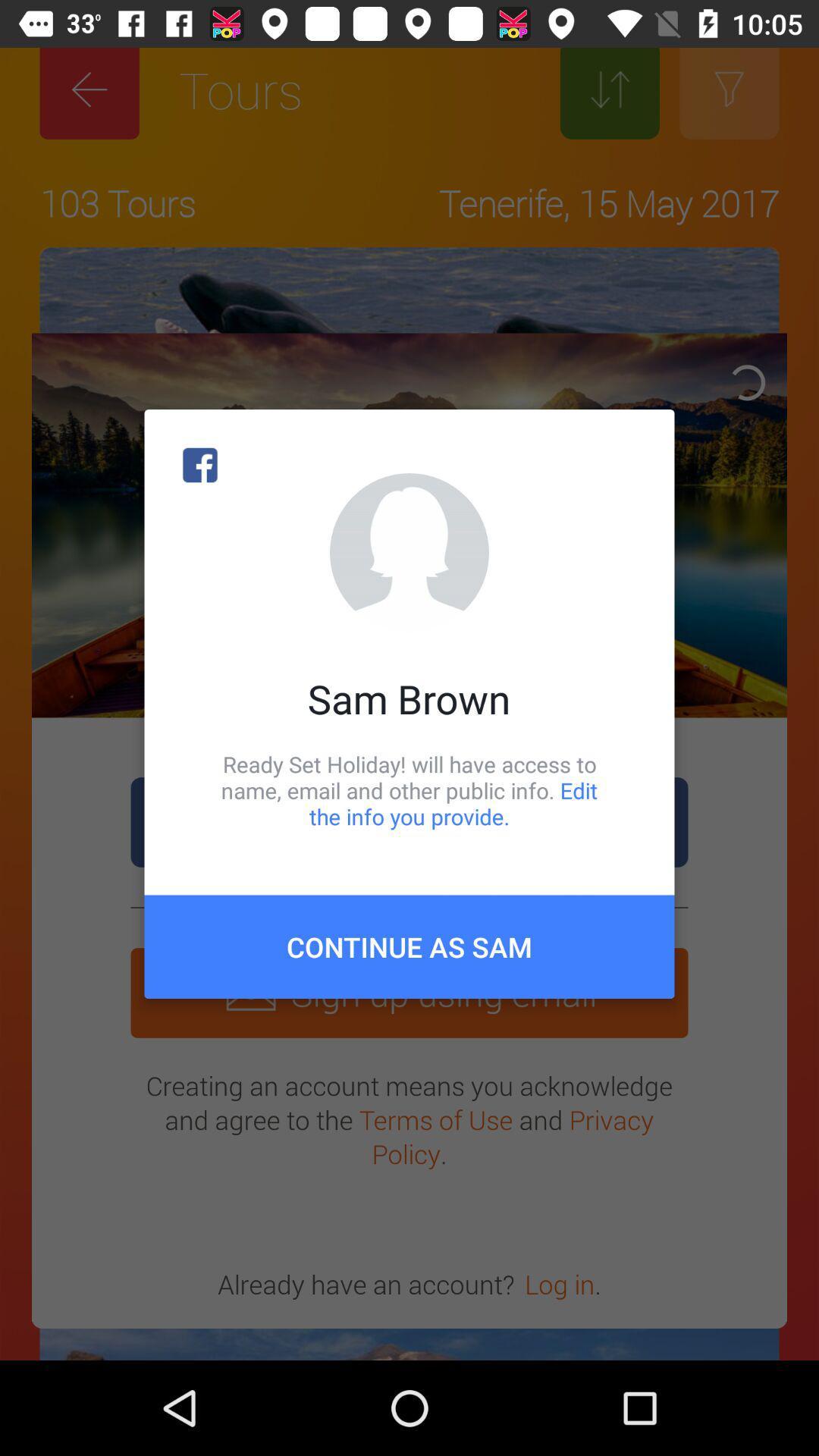 Image resolution: width=819 pixels, height=1456 pixels. I want to click on the continue as sam, so click(409, 946).